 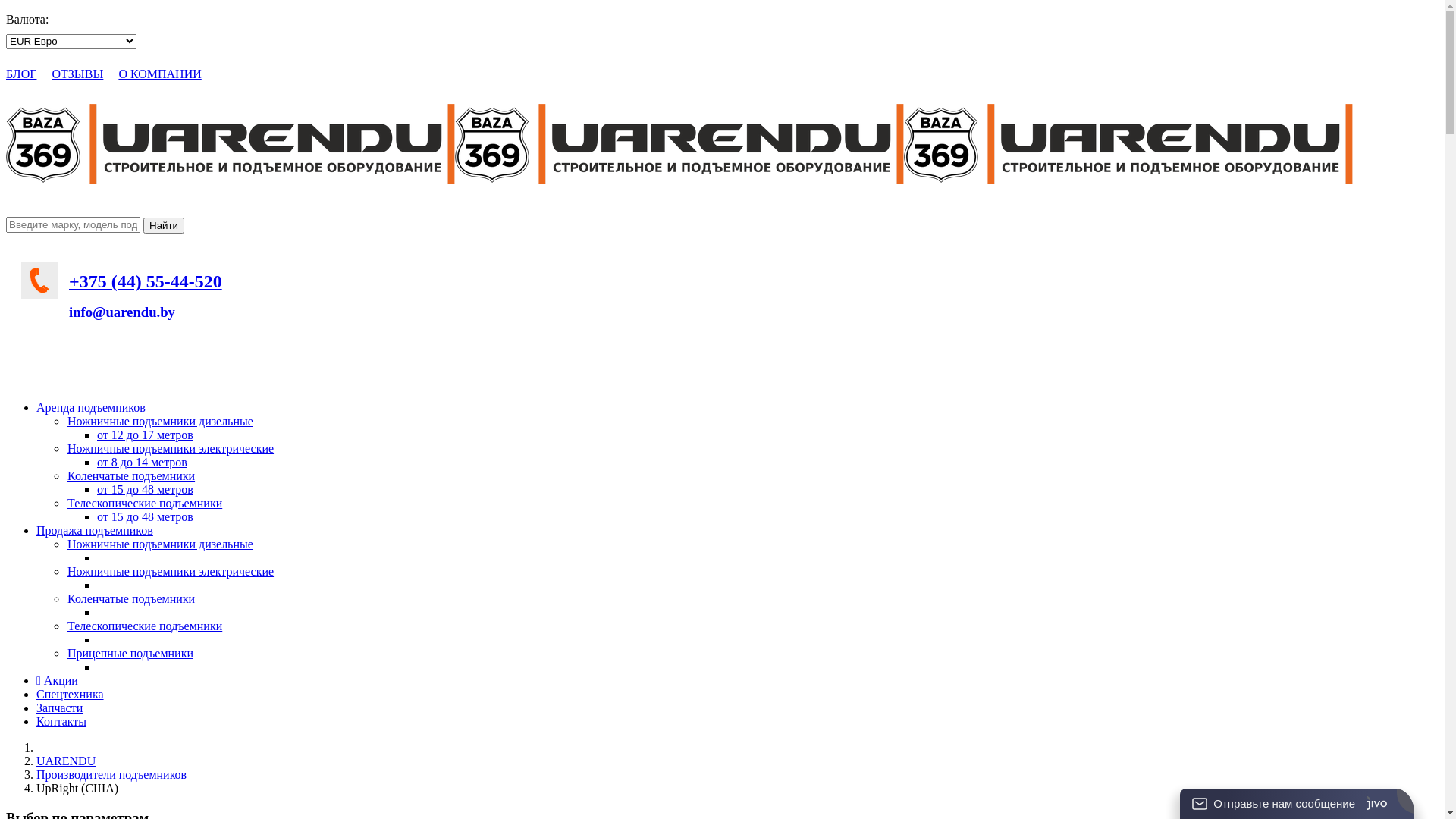 What do you see at coordinates (146, 281) in the screenshot?
I see `'+375 (44) 55-44-520'` at bounding box center [146, 281].